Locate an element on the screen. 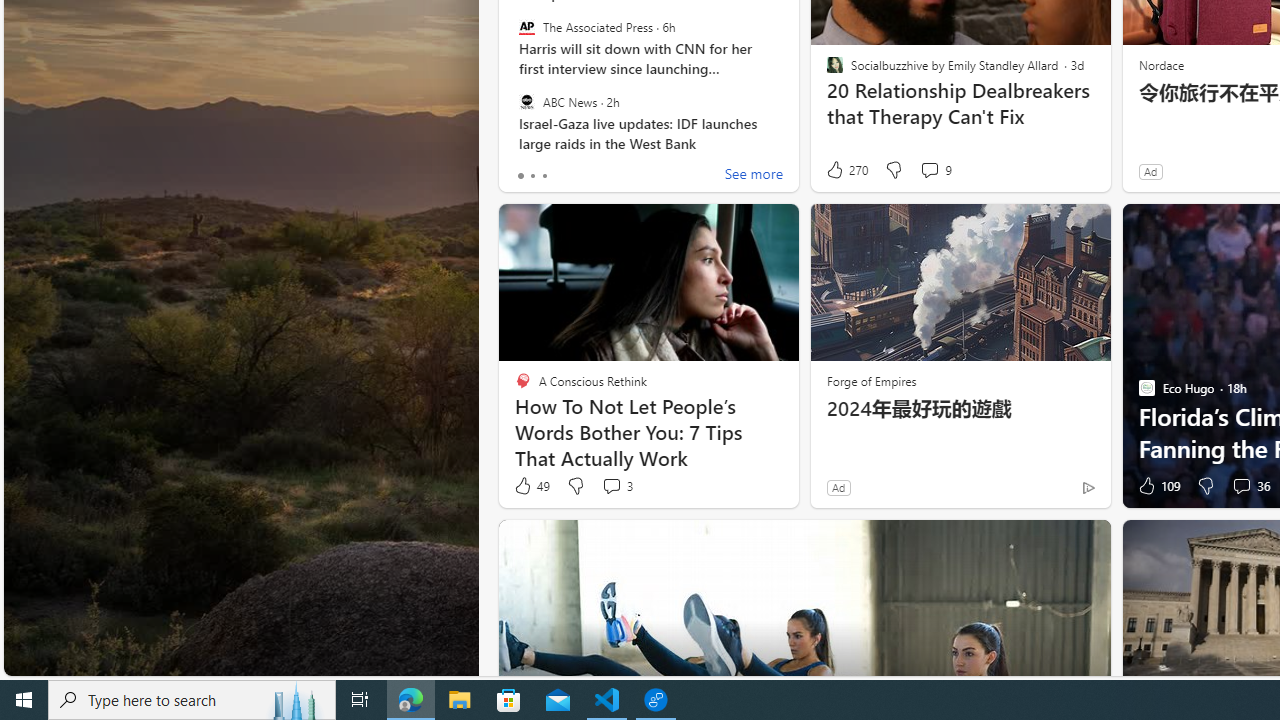  '270 Like' is located at coordinates (846, 169).